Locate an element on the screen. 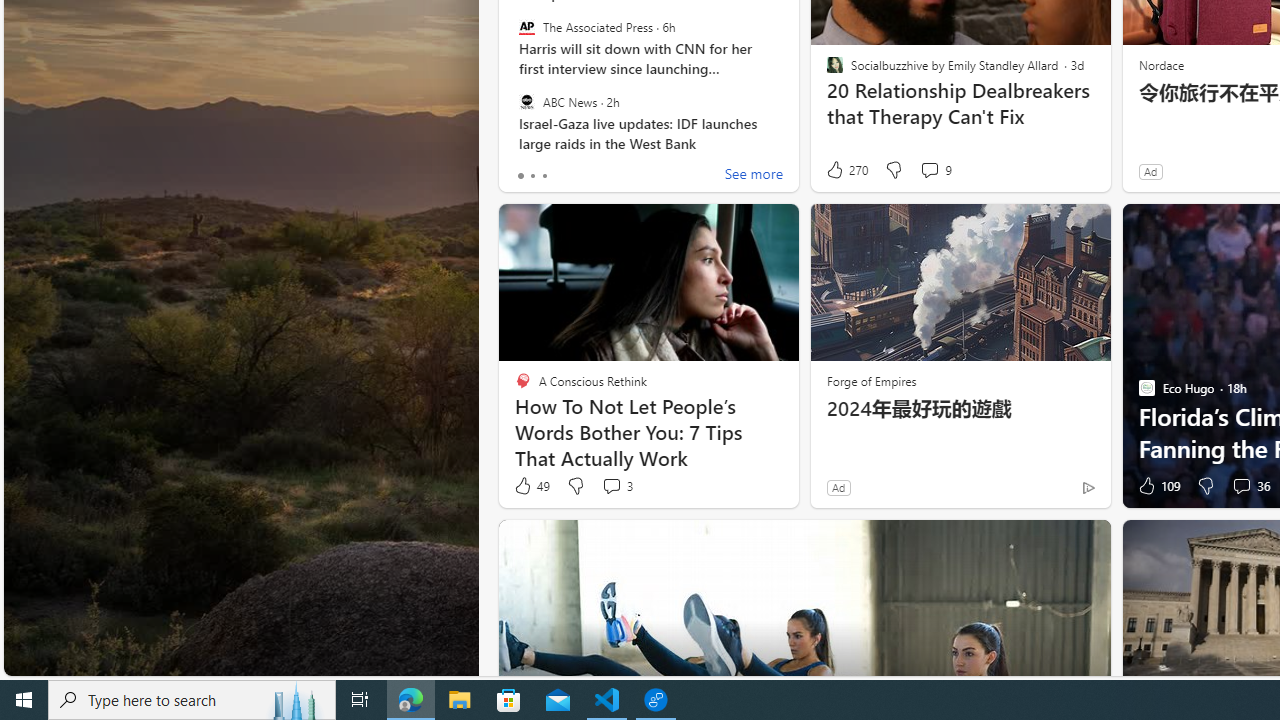  '270 Like' is located at coordinates (846, 169).